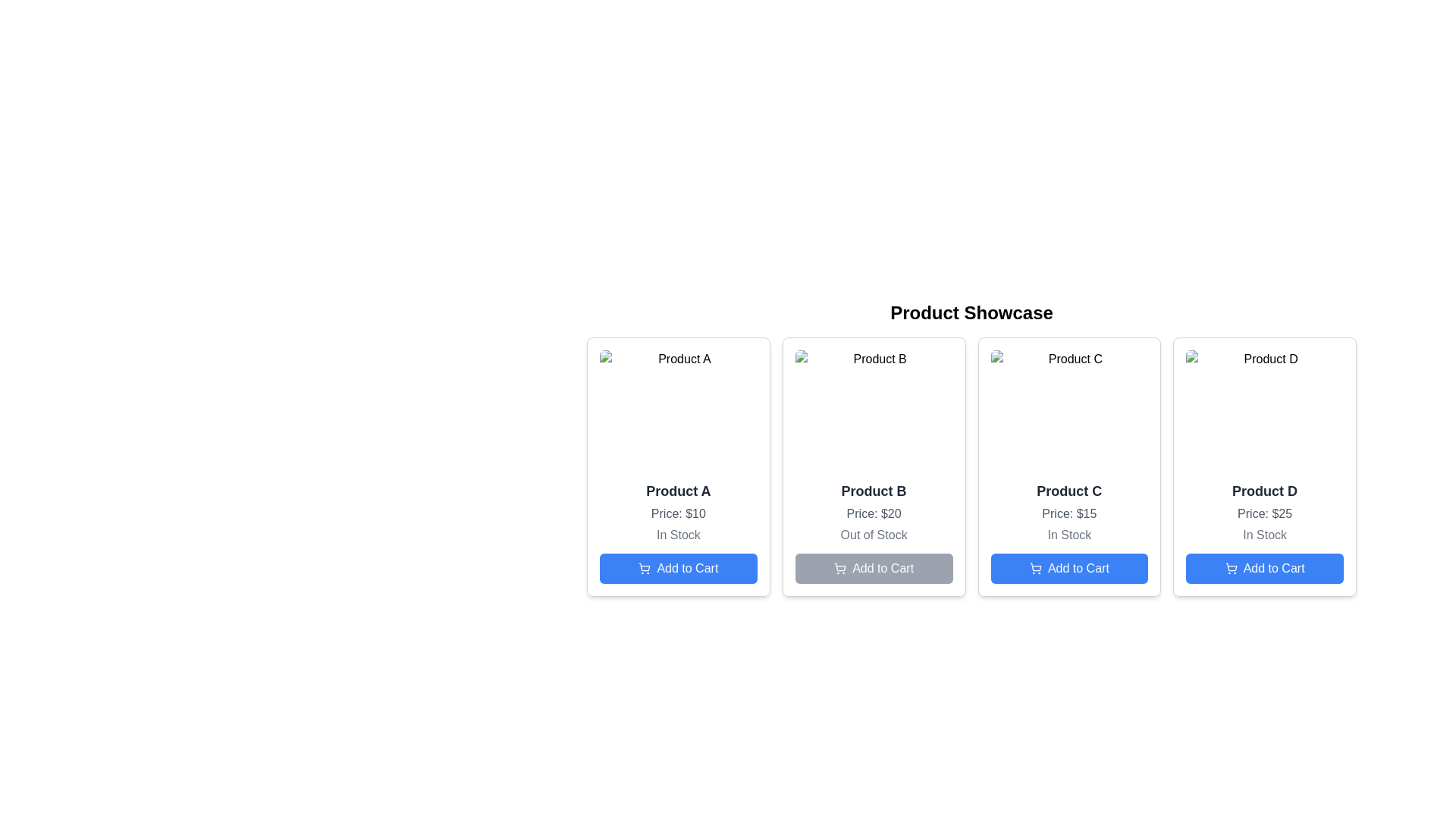 The height and width of the screenshot is (819, 1456). I want to click on the small shopping cart icon located inside the 'Add to Cart' button for 'Product C' in the third column of the product showcase grid, so click(1034, 568).